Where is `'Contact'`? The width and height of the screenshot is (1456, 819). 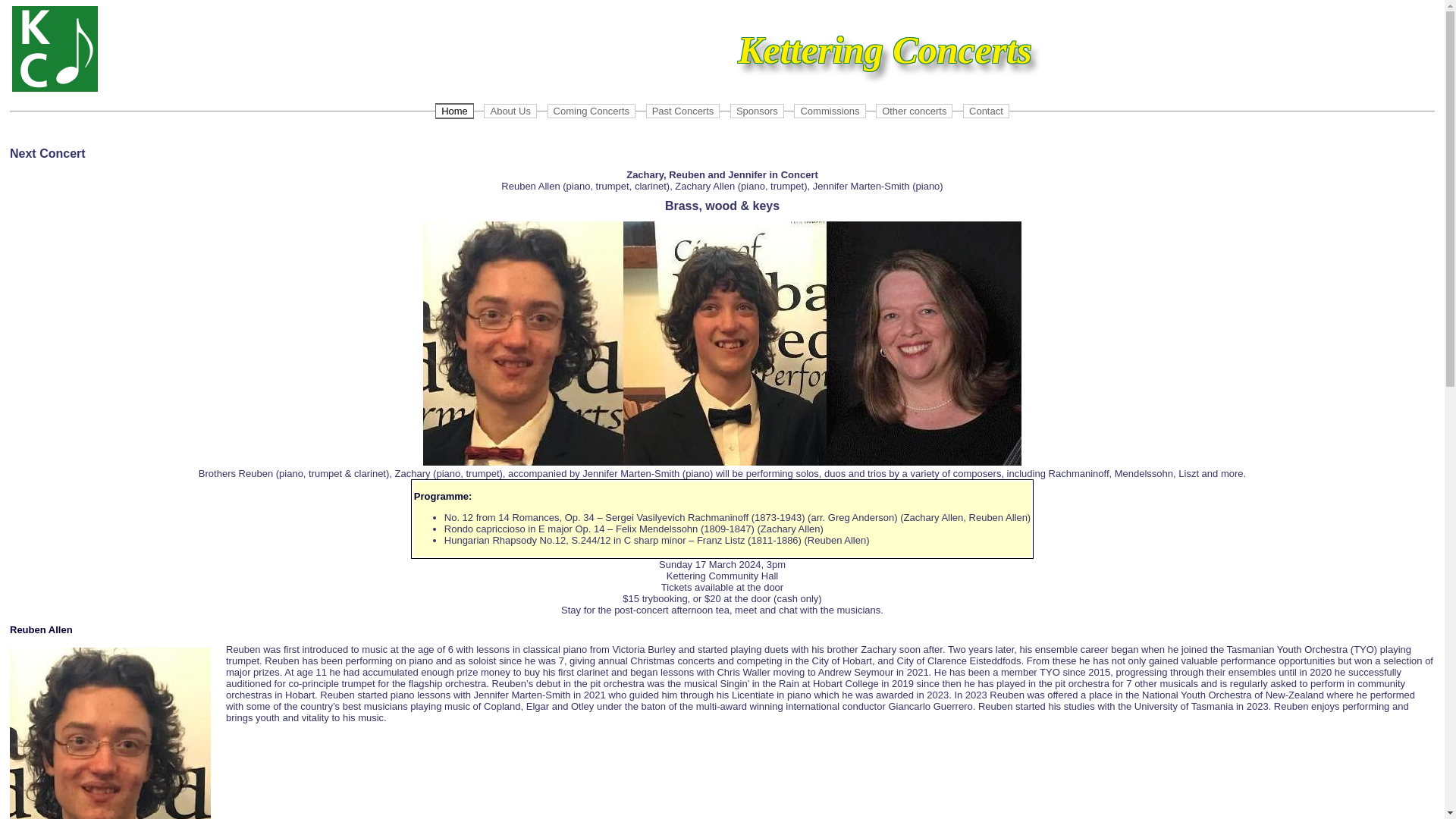 'Contact' is located at coordinates (986, 110).